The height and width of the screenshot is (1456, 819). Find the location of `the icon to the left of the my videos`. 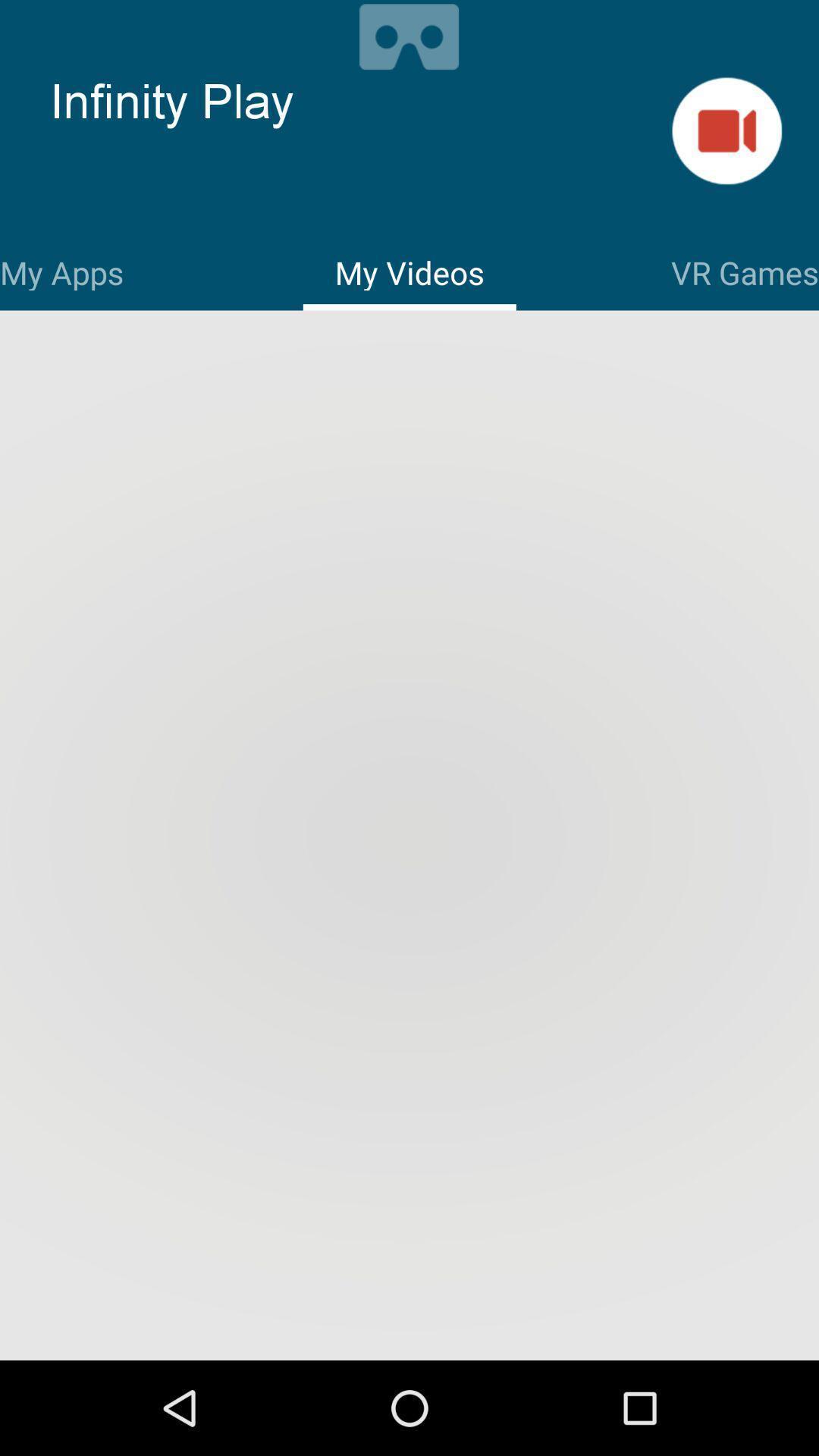

the icon to the left of the my videos is located at coordinates (61, 270).